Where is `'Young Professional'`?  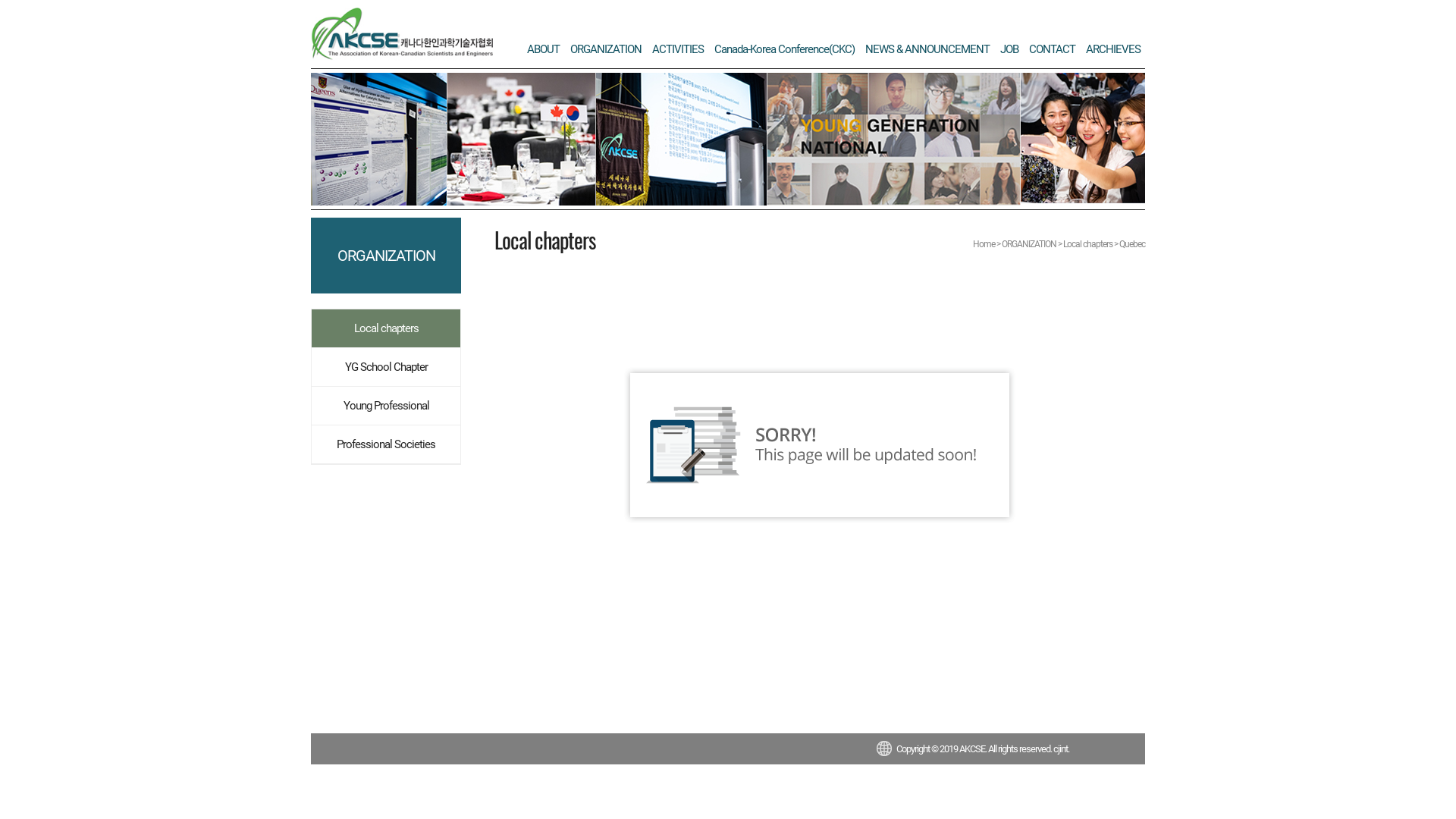
'Young Professional' is located at coordinates (385, 405).